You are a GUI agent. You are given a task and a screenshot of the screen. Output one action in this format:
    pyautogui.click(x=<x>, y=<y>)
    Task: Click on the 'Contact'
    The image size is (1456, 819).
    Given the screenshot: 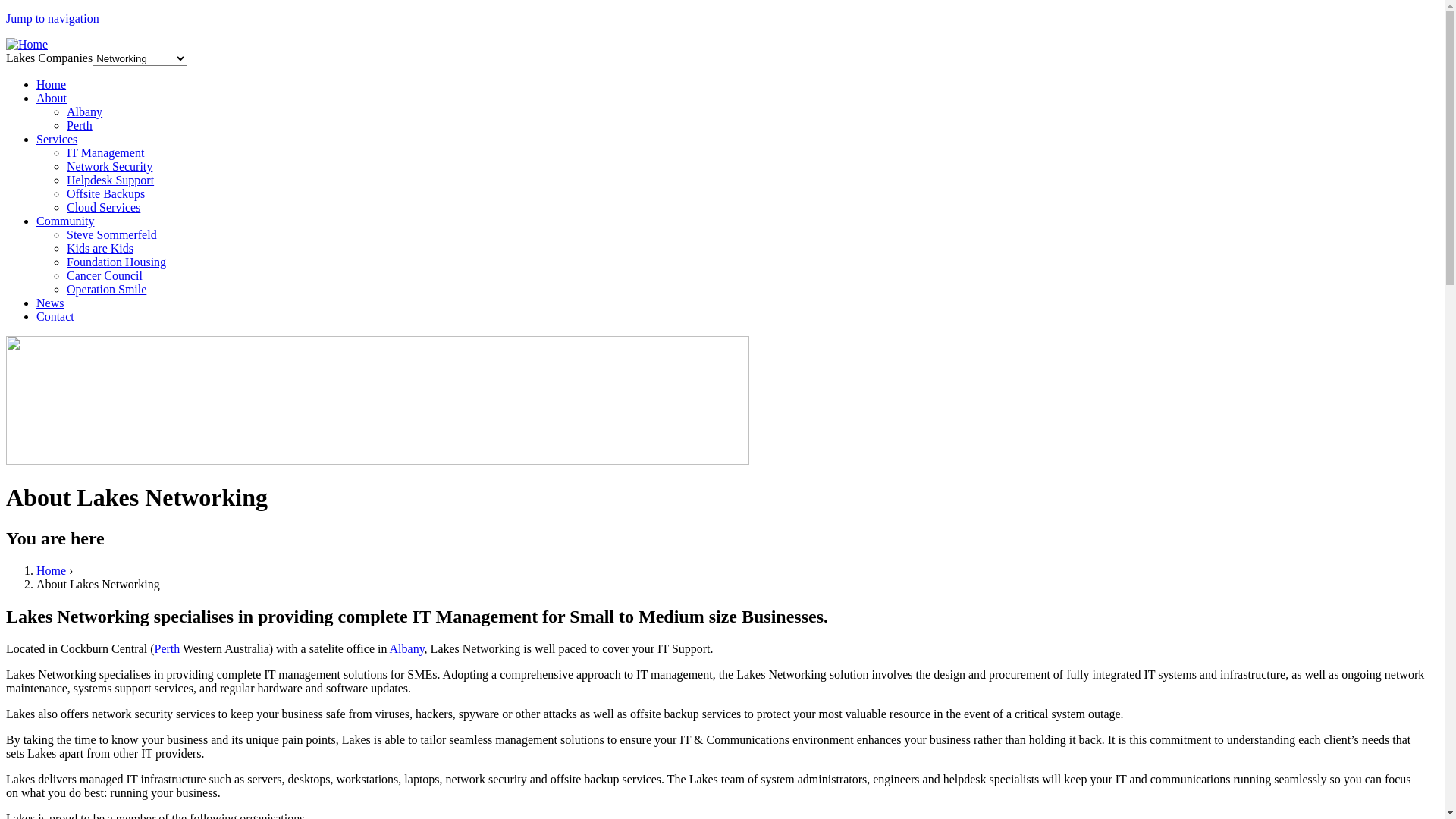 What is the action you would take?
    pyautogui.click(x=55, y=315)
    